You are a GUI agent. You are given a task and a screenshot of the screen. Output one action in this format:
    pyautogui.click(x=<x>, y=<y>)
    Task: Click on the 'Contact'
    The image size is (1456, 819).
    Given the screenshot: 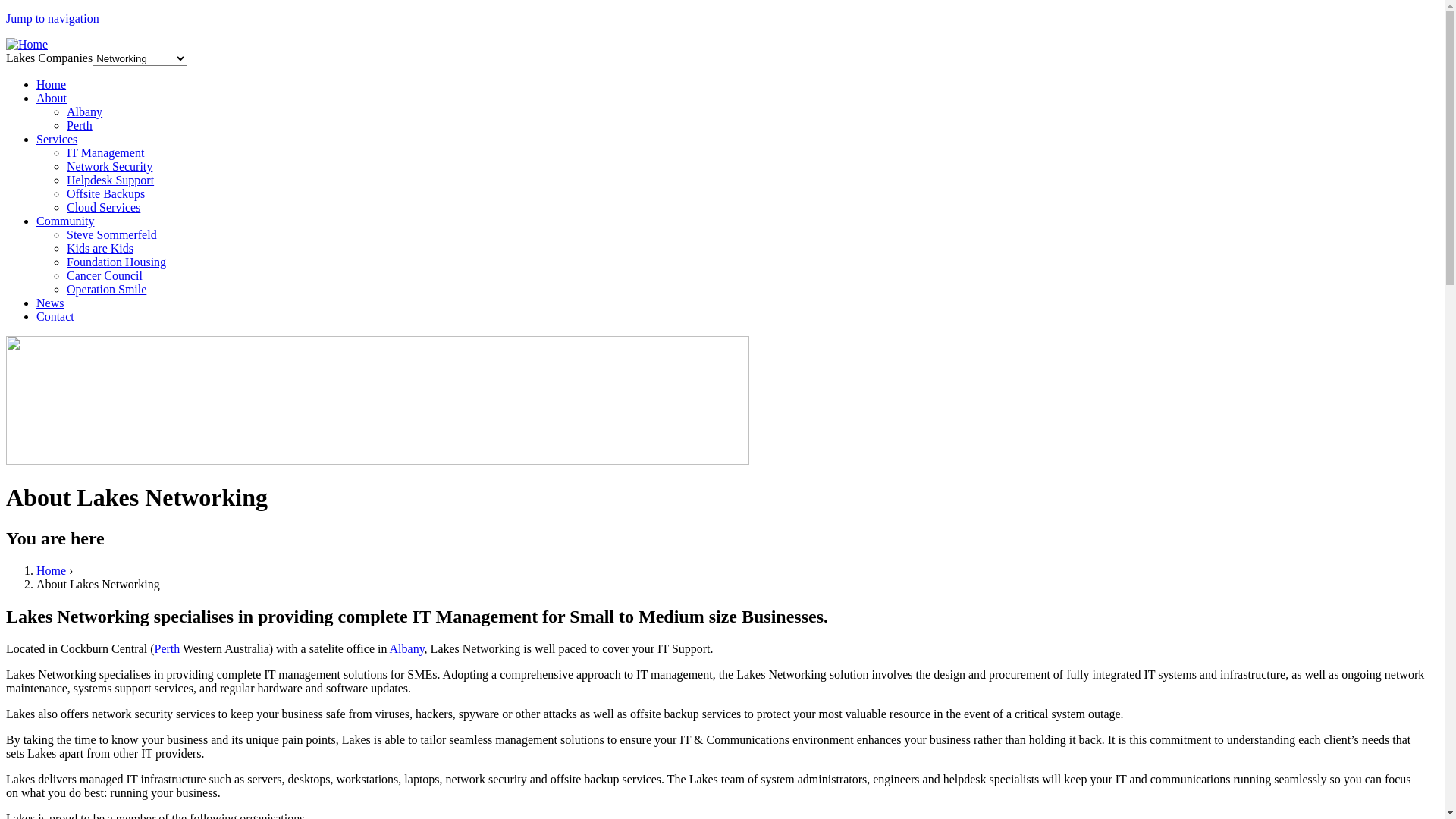 What is the action you would take?
    pyautogui.click(x=55, y=315)
    